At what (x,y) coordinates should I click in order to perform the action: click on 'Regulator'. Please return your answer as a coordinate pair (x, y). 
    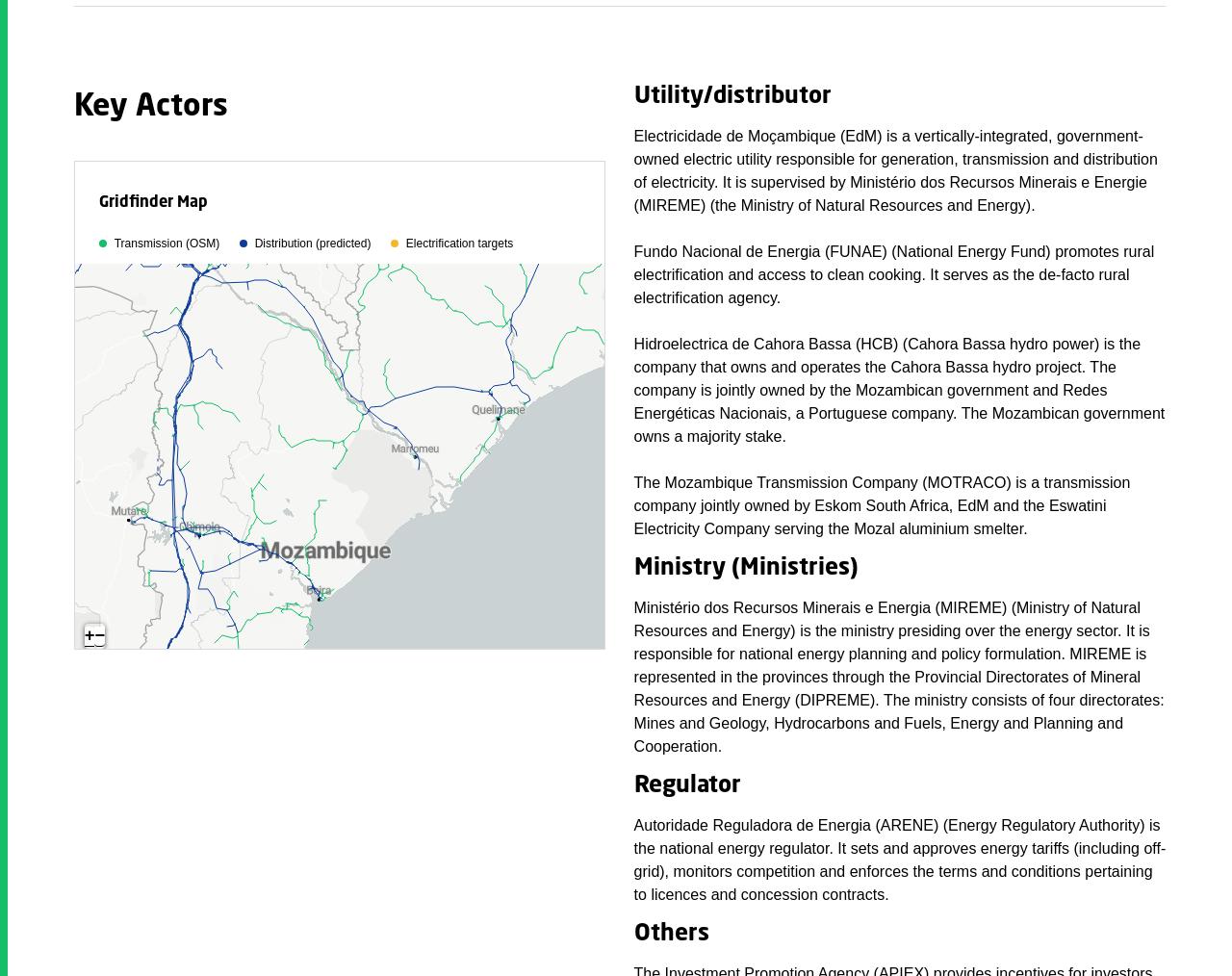
    Looking at the image, I should click on (633, 784).